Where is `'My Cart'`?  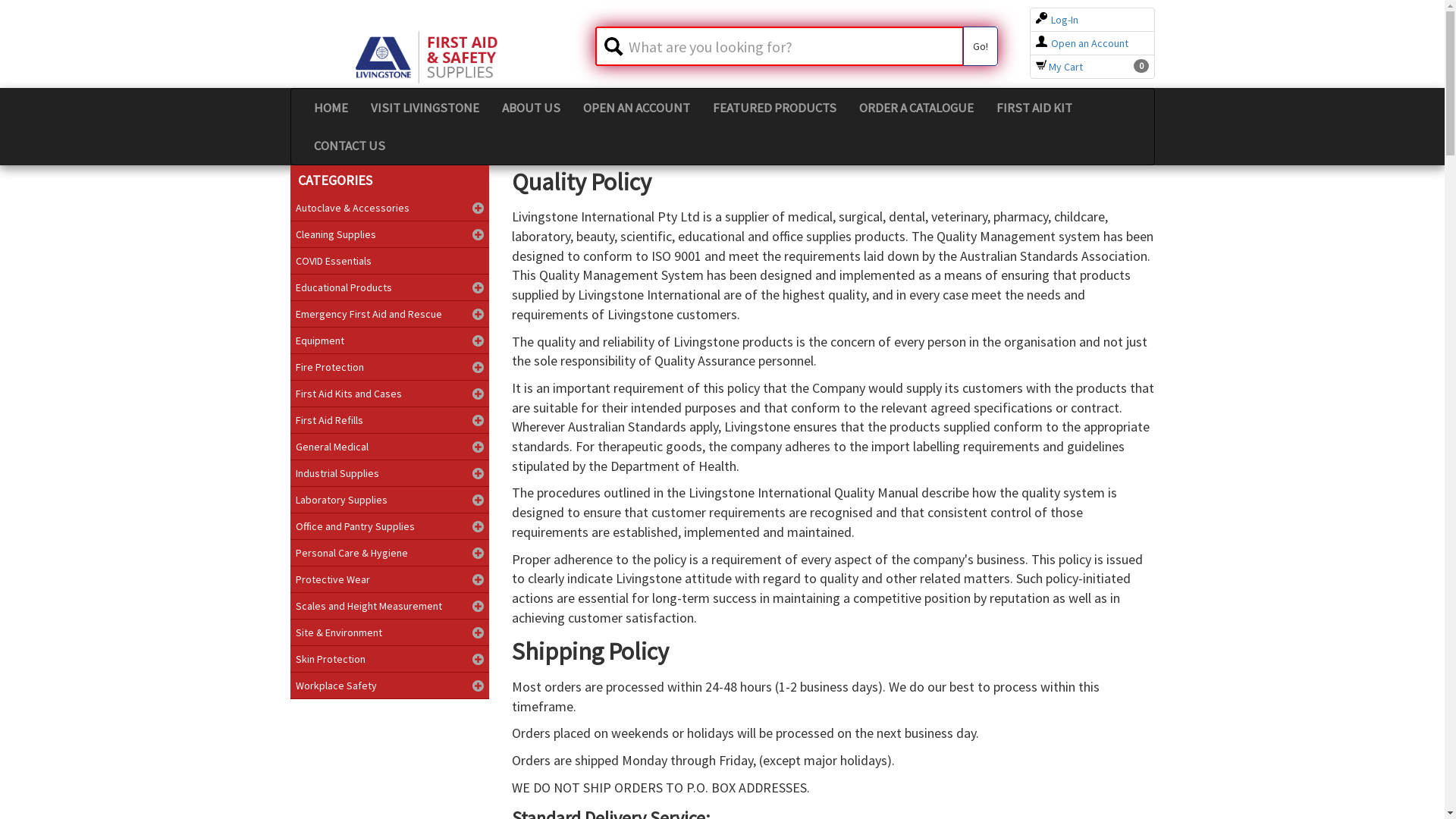
'My Cart' is located at coordinates (1058, 66).